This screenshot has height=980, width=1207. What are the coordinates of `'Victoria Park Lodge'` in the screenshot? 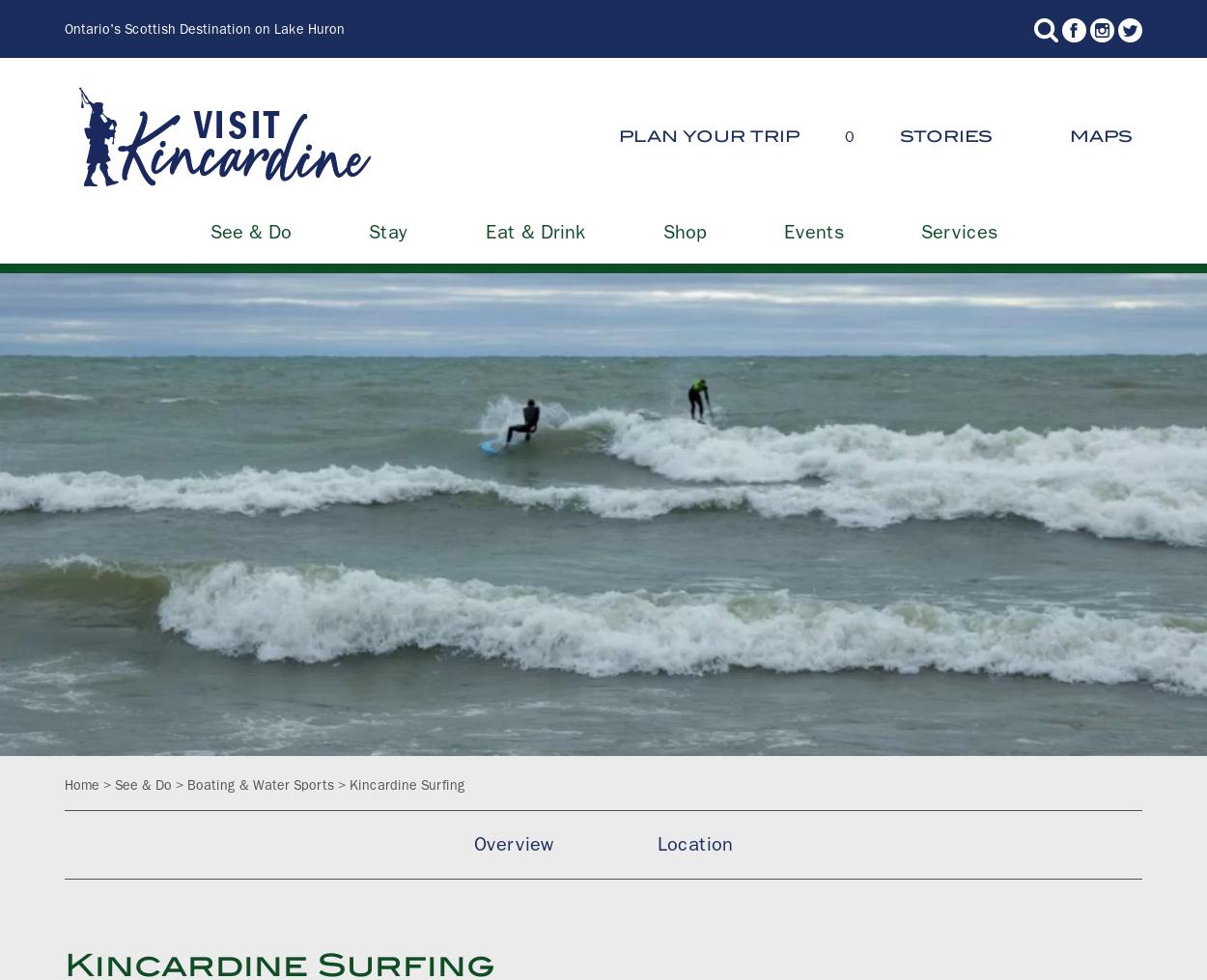 It's located at (785, 619).